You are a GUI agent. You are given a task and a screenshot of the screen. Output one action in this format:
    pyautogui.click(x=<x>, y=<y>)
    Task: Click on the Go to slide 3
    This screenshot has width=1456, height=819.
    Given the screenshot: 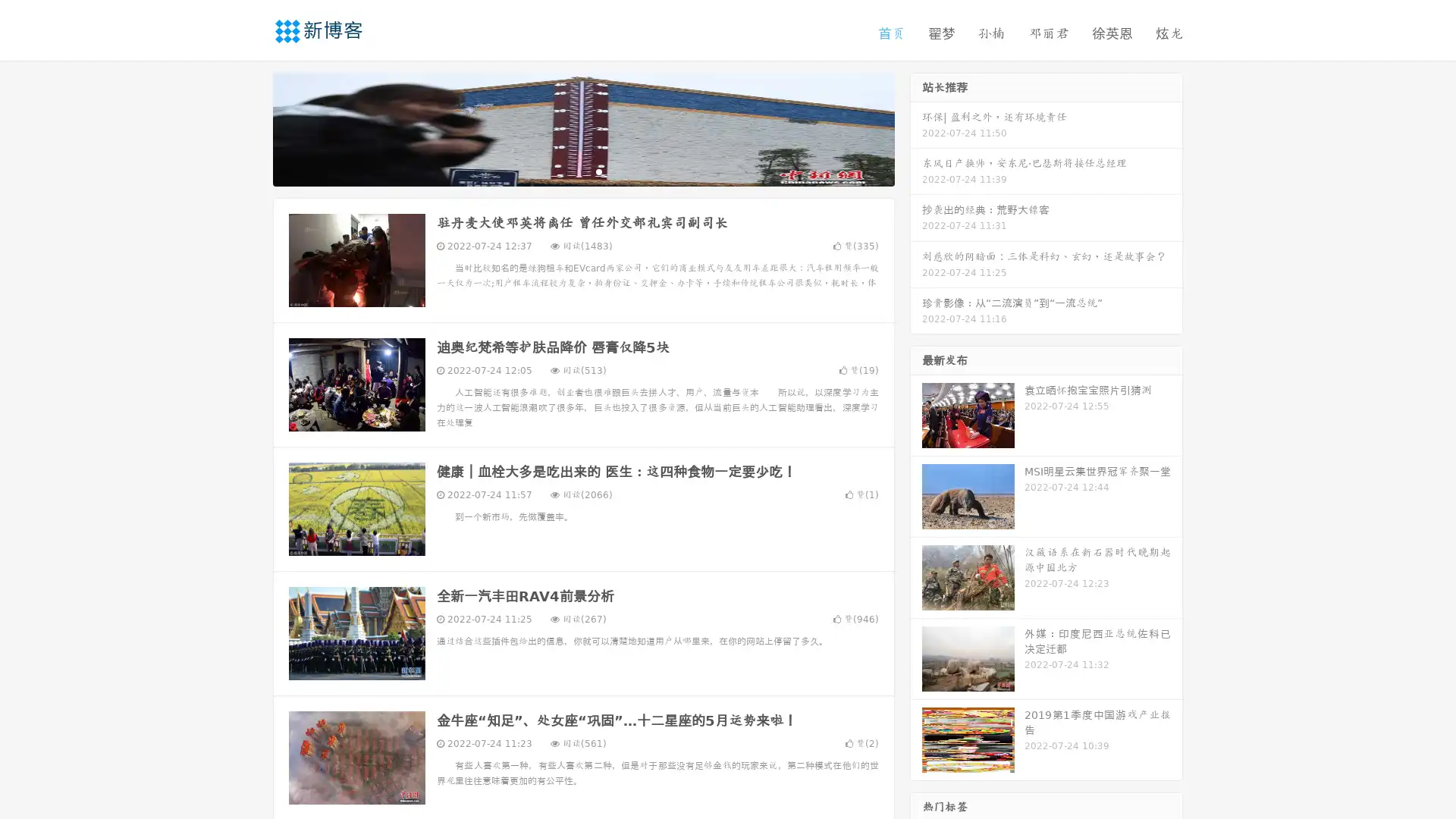 What is the action you would take?
    pyautogui.click(x=598, y=171)
    